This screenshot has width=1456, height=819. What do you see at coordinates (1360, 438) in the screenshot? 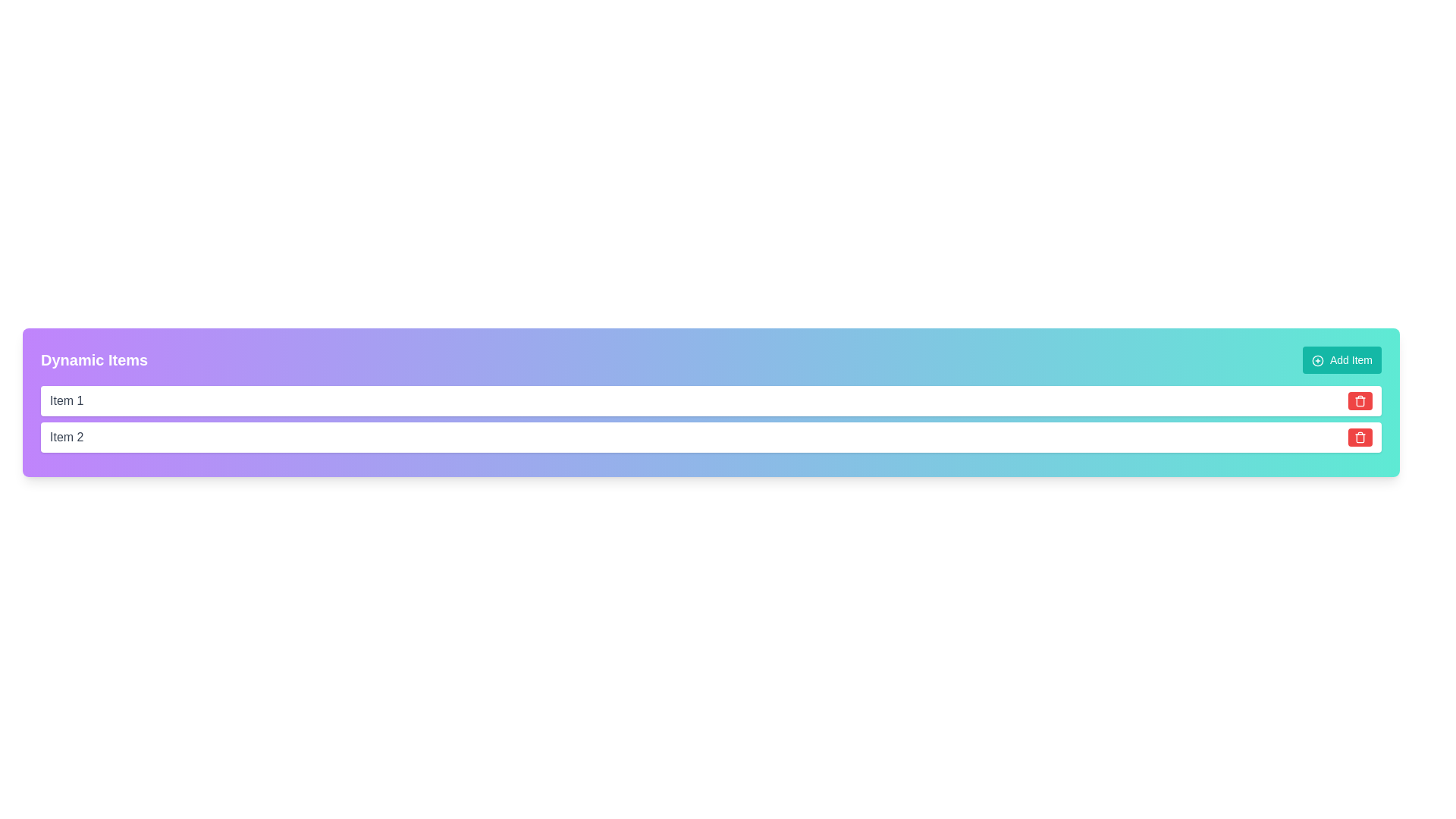
I see `the delete icon located on the right side of the list row labeled 'Item 2'` at bounding box center [1360, 438].